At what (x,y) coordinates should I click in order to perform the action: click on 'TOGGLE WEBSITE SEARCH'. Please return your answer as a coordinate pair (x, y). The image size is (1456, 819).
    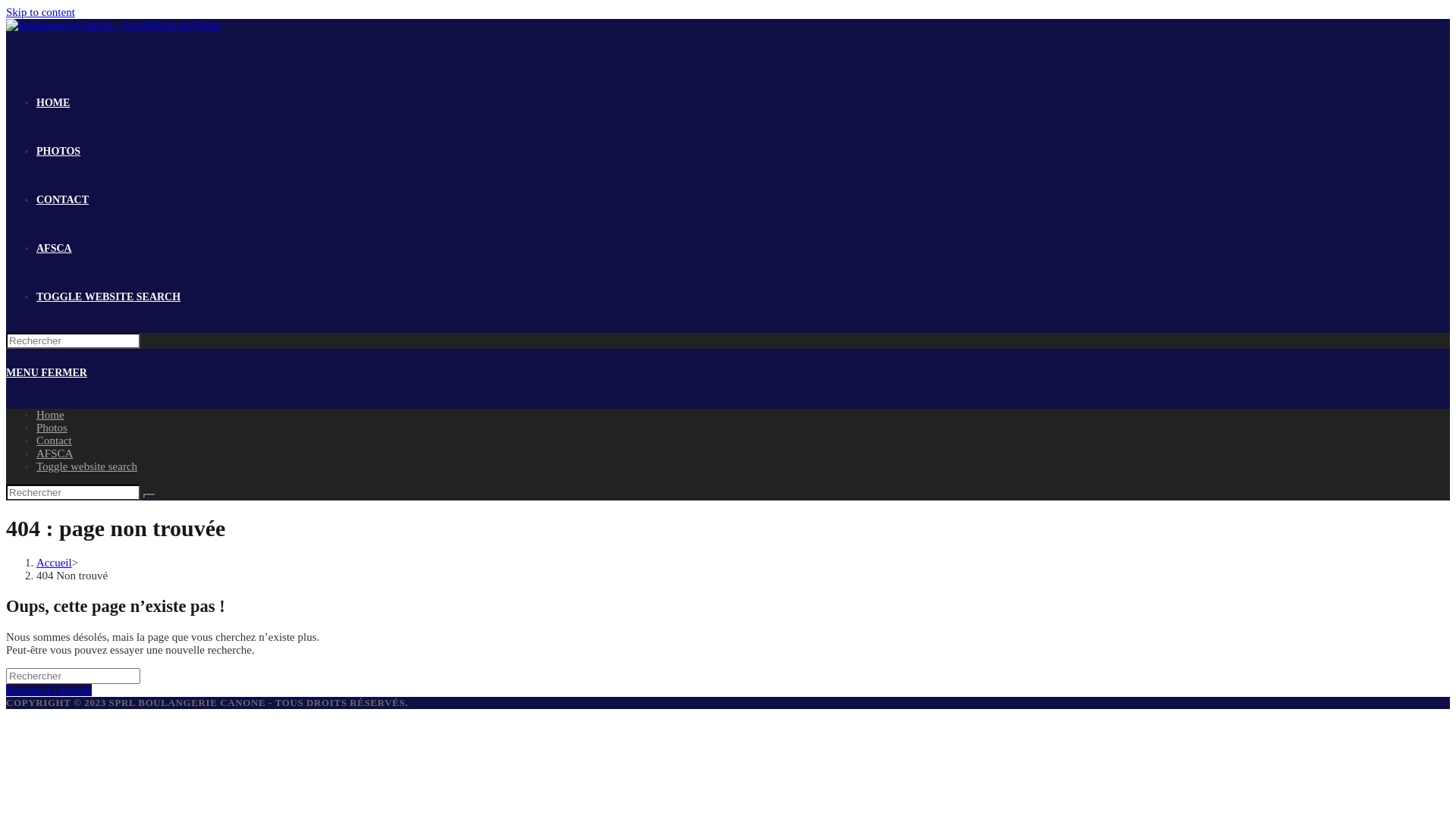
    Looking at the image, I should click on (108, 297).